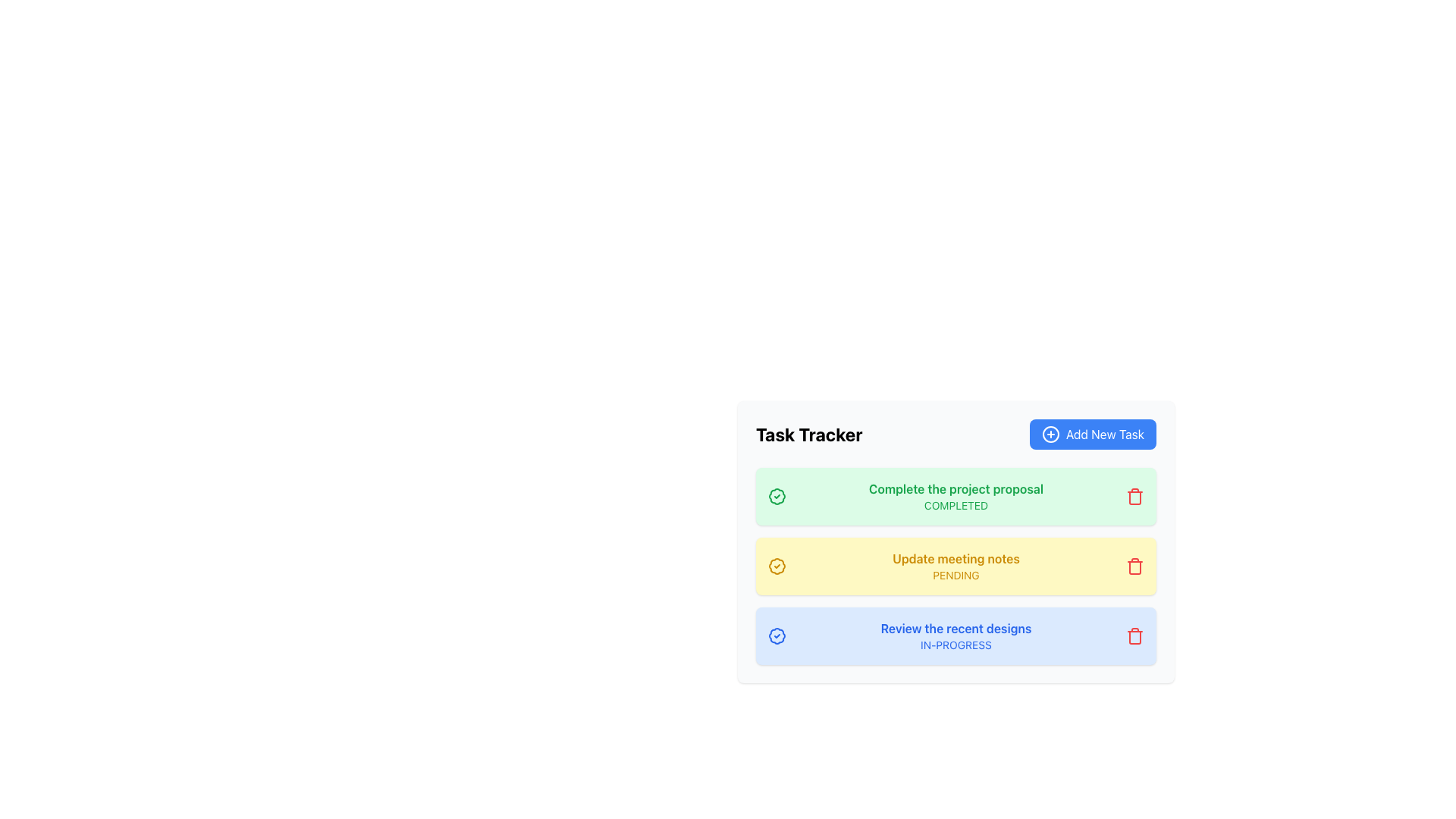 The height and width of the screenshot is (819, 1456). Describe the element at coordinates (955, 629) in the screenshot. I see `title of the task from the text label located at the top of the third task entry in the task tracking interface` at that location.